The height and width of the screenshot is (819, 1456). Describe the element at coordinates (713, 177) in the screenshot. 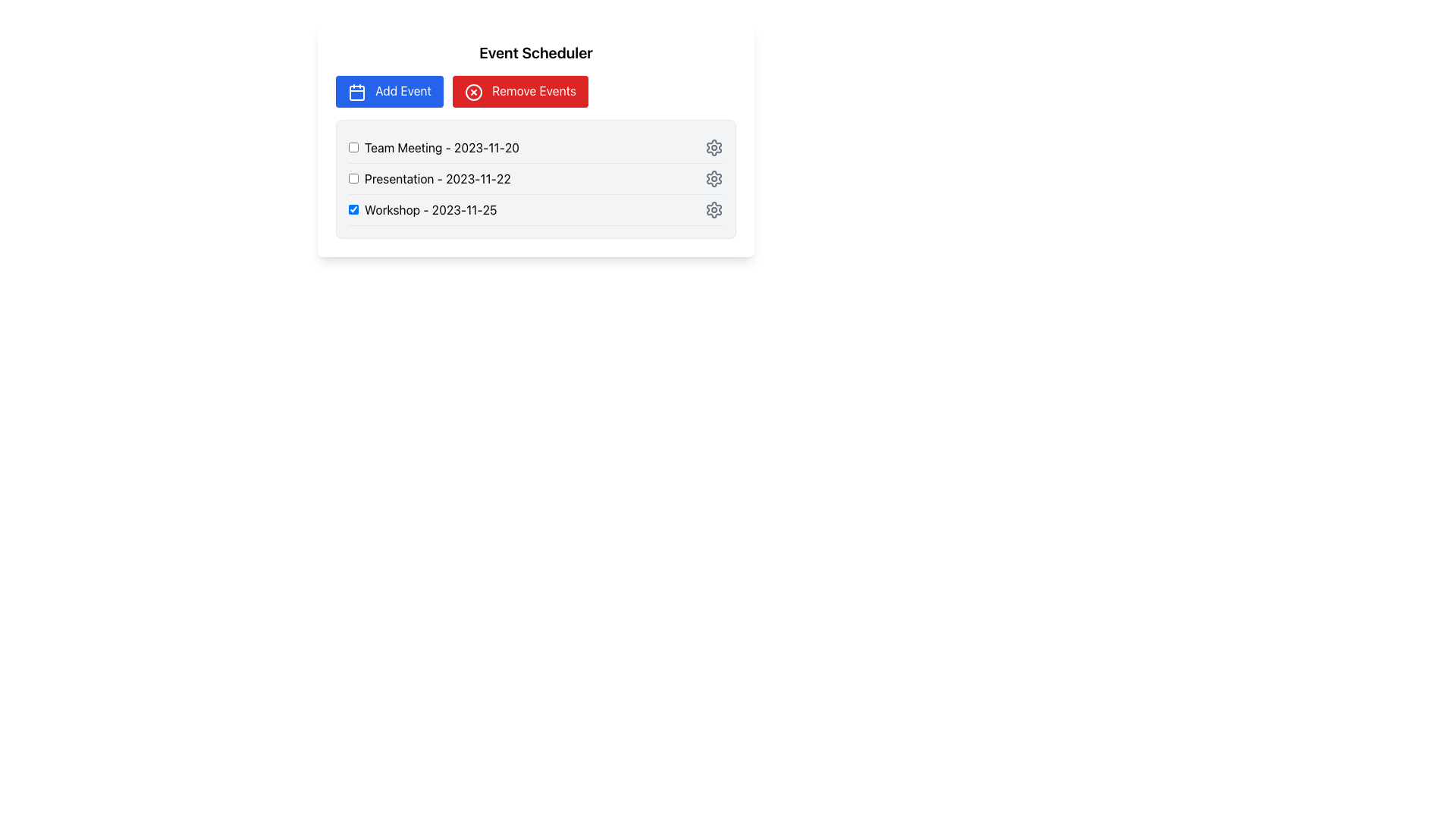

I see `the gear-like icon button located on the far right side of the row containing the text 'Presentation - 2023-11-22'` at that location.